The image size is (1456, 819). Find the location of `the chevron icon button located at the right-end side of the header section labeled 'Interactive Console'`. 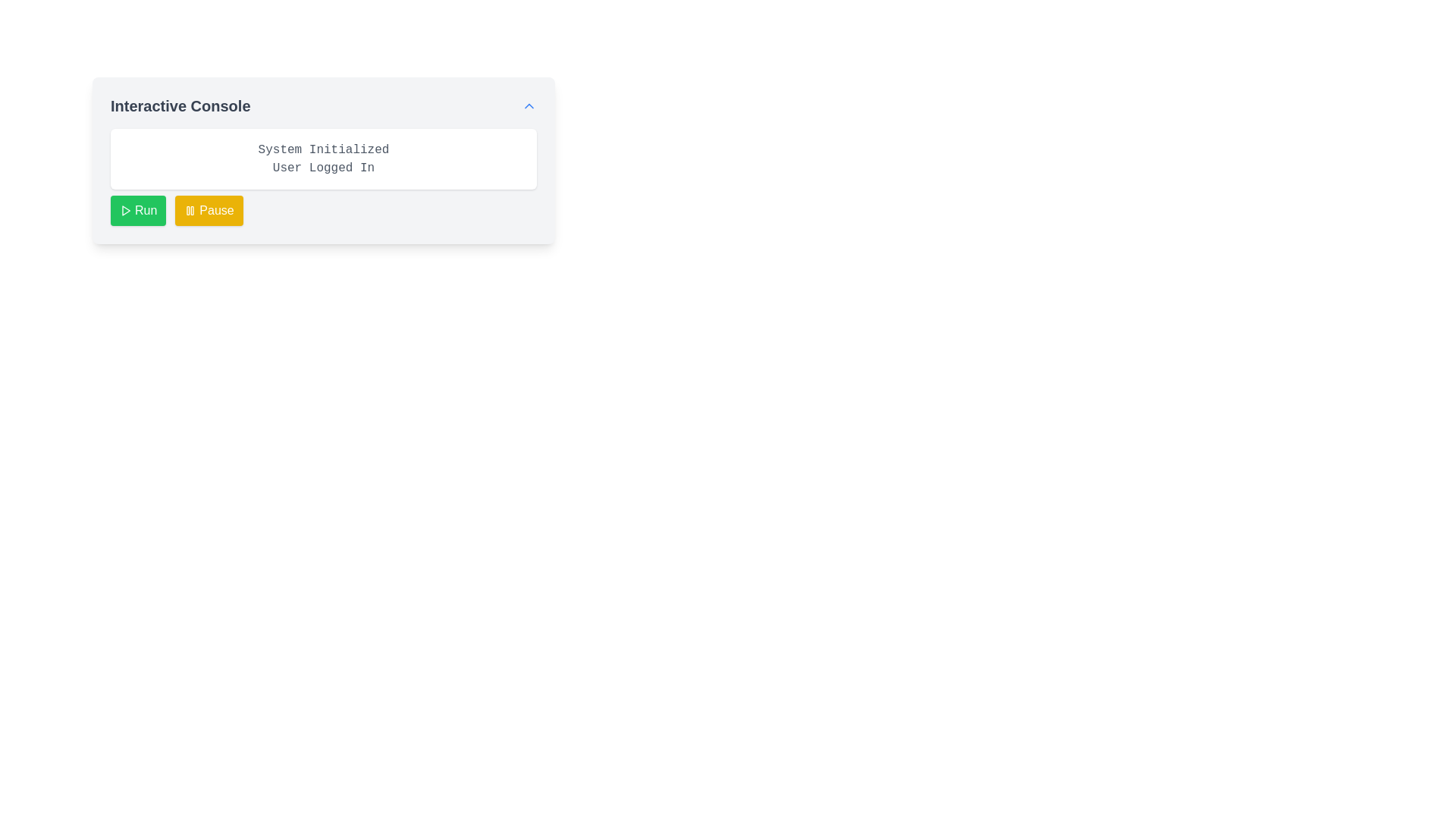

the chevron icon button located at the right-end side of the header section labeled 'Interactive Console' is located at coordinates (529, 105).